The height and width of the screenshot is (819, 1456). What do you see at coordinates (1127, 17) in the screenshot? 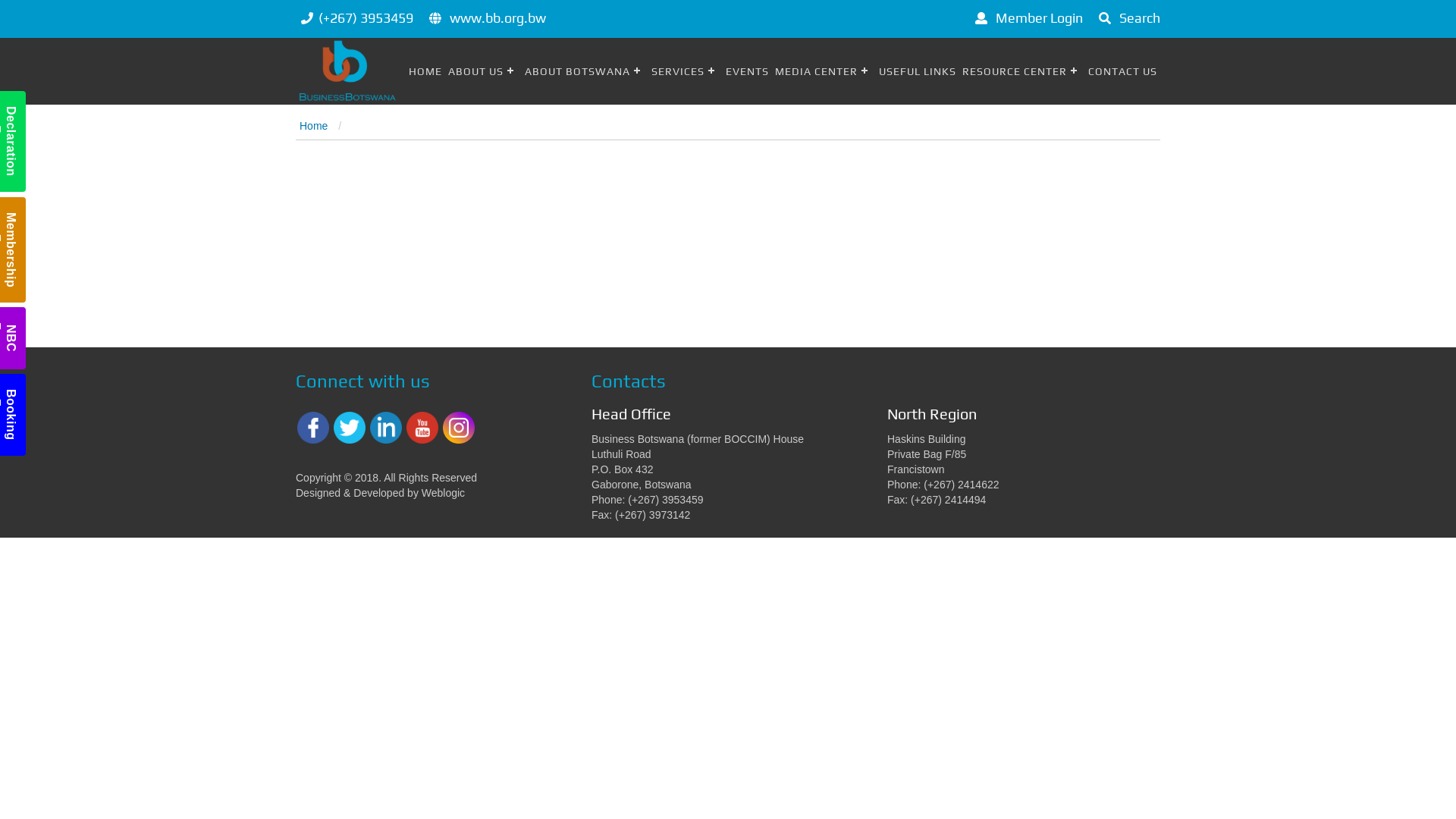
I see `'Search'` at bounding box center [1127, 17].